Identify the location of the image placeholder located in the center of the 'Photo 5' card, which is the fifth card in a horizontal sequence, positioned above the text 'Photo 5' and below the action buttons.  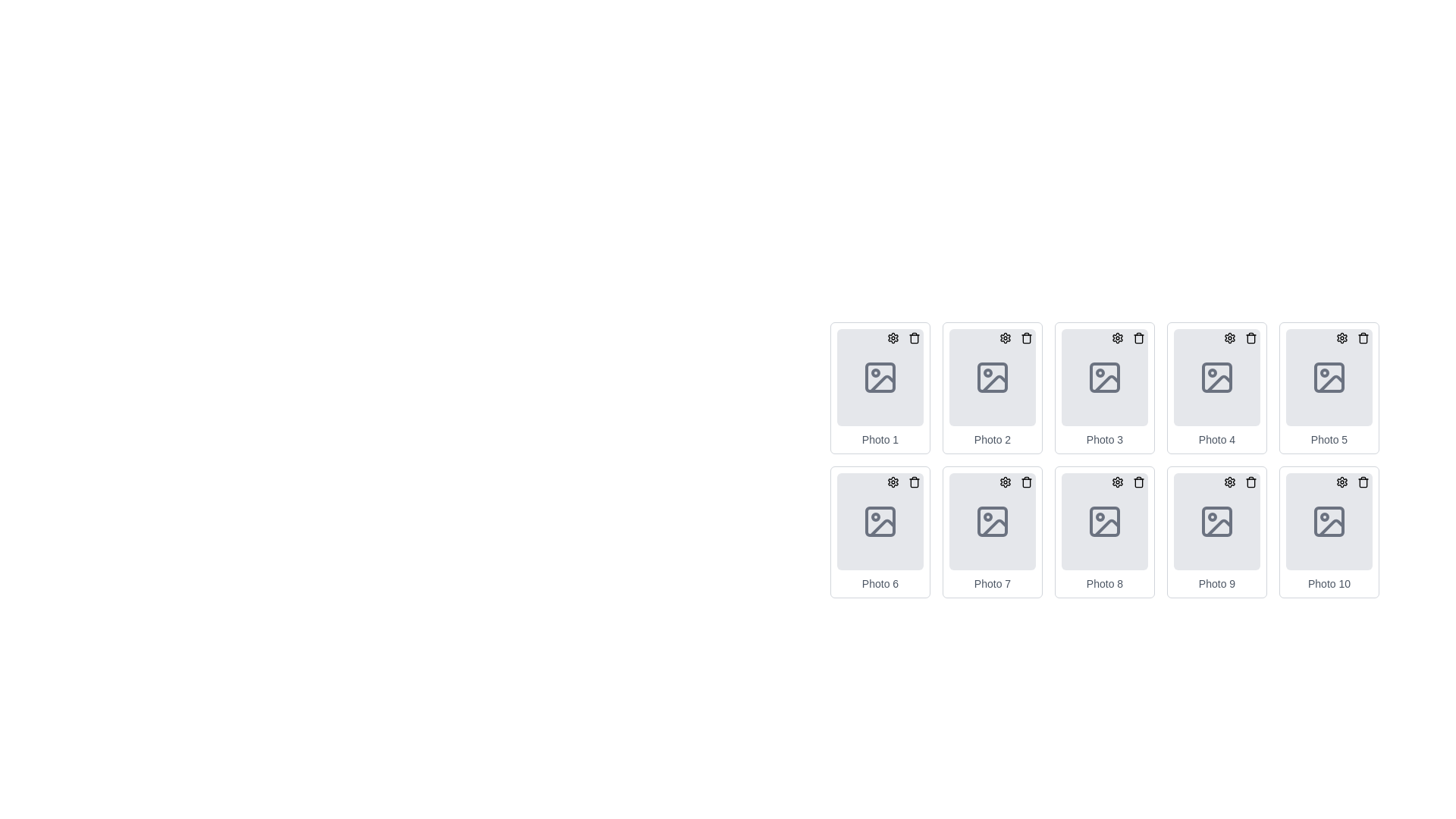
(1328, 376).